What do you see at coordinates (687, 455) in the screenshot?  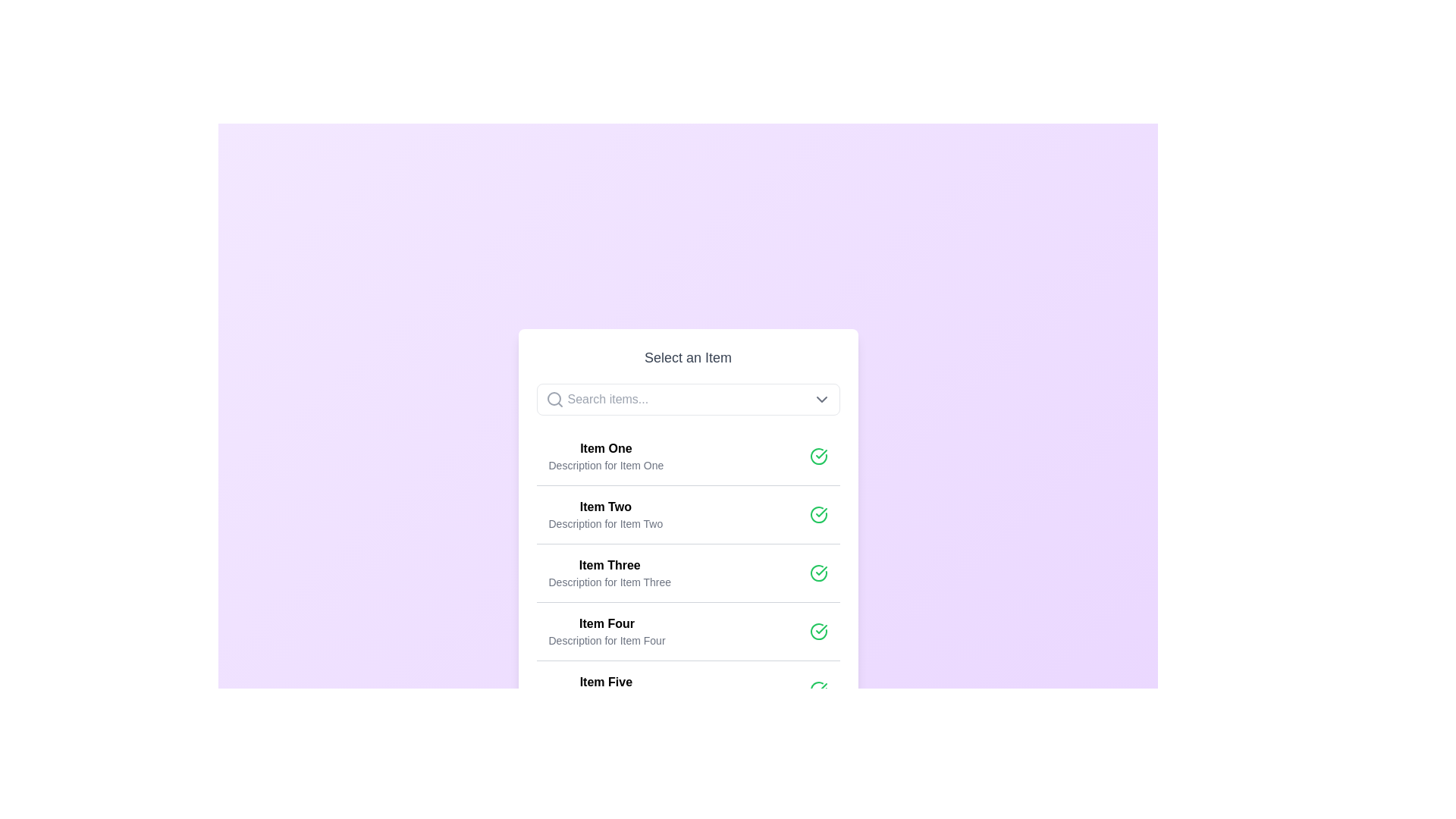 I see `the first list item titled 'Item One'` at bounding box center [687, 455].